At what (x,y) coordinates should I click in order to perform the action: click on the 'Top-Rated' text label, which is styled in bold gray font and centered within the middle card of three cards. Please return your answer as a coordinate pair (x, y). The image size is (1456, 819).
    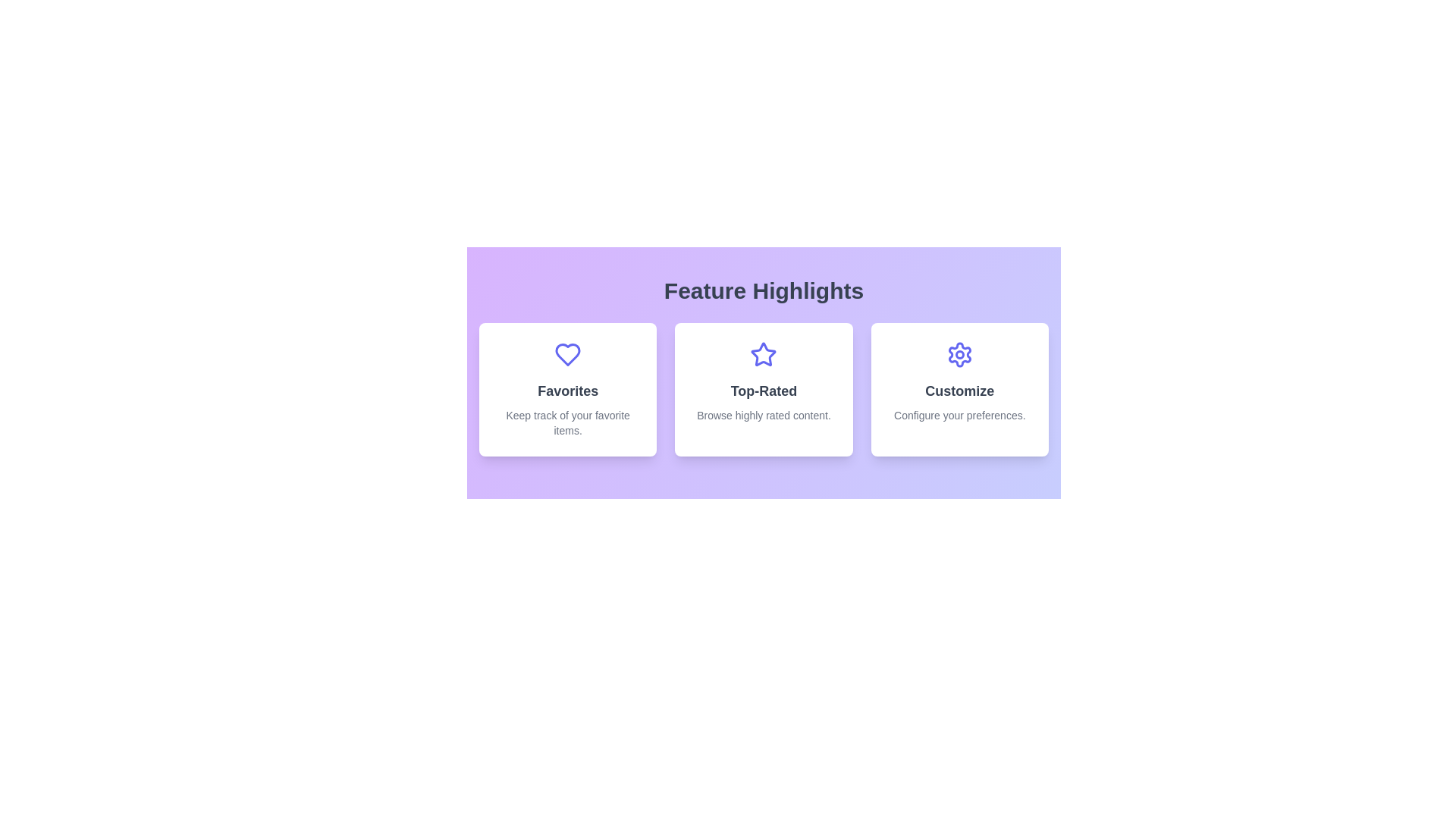
    Looking at the image, I should click on (764, 391).